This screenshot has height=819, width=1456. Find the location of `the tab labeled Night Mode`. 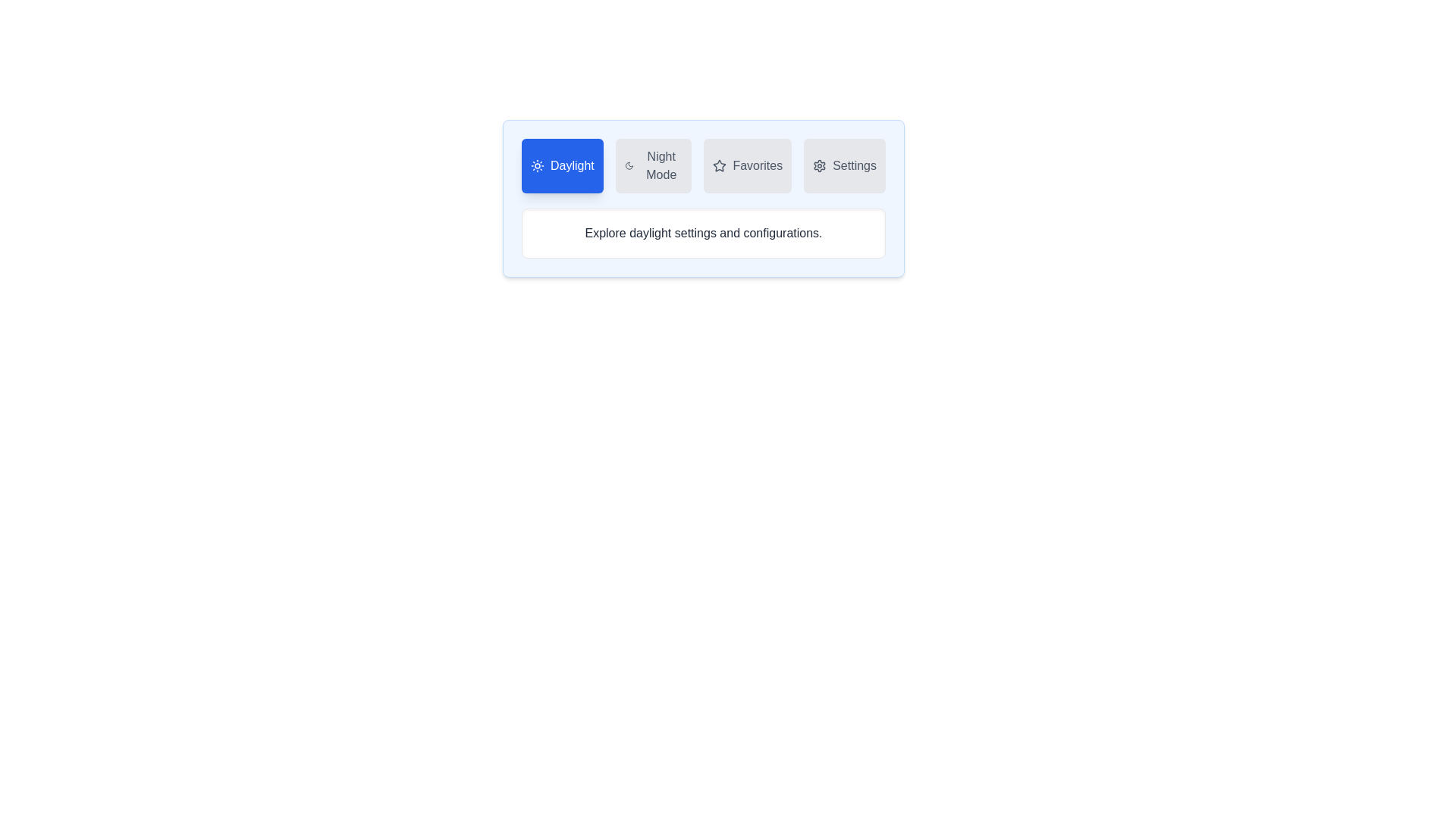

the tab labeled Night Mode is located at coordinates (654, 166).